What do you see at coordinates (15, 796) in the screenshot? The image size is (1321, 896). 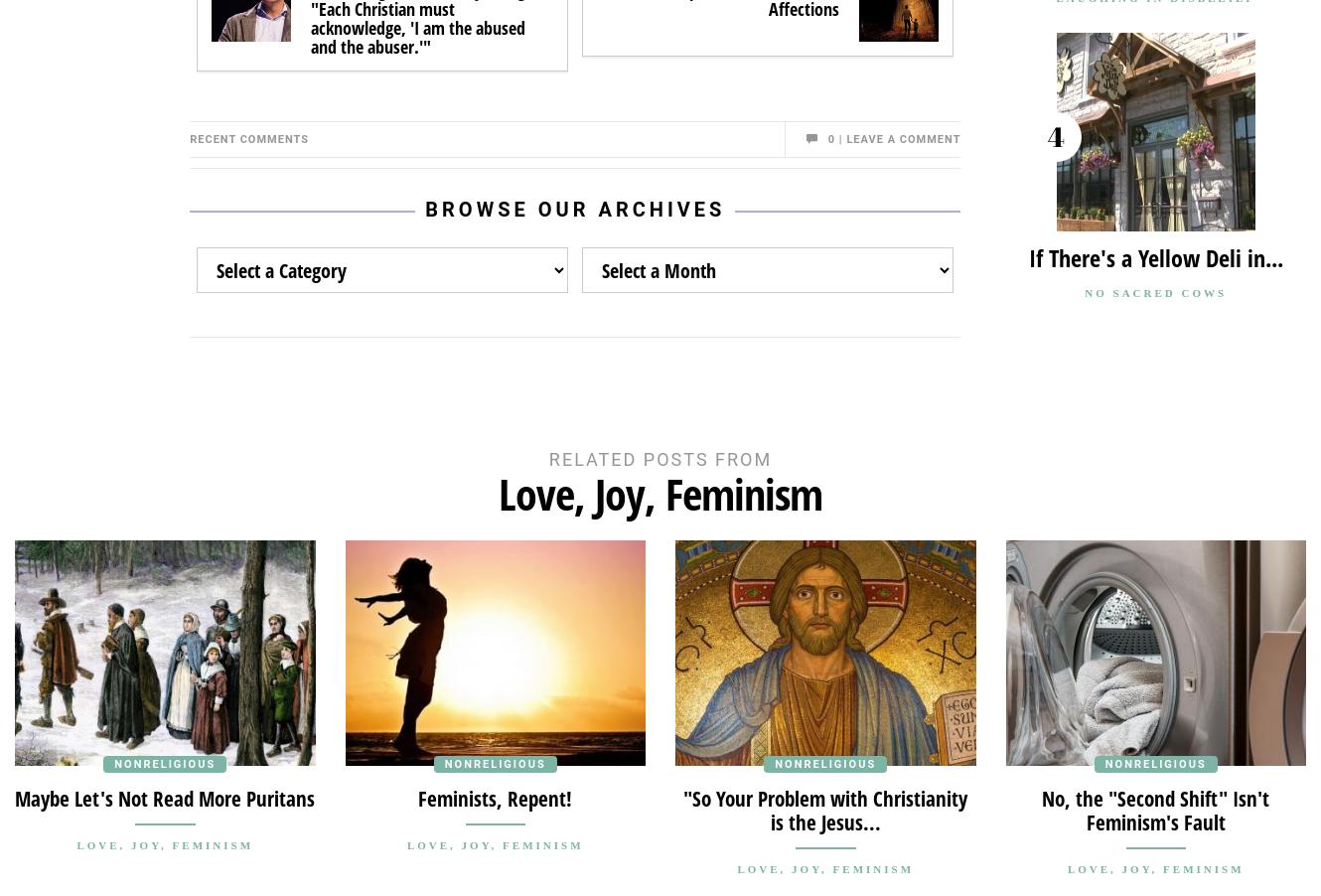 I see `'Maybe Let's Not Read More Puritans'` at bounding box center [15, 796].